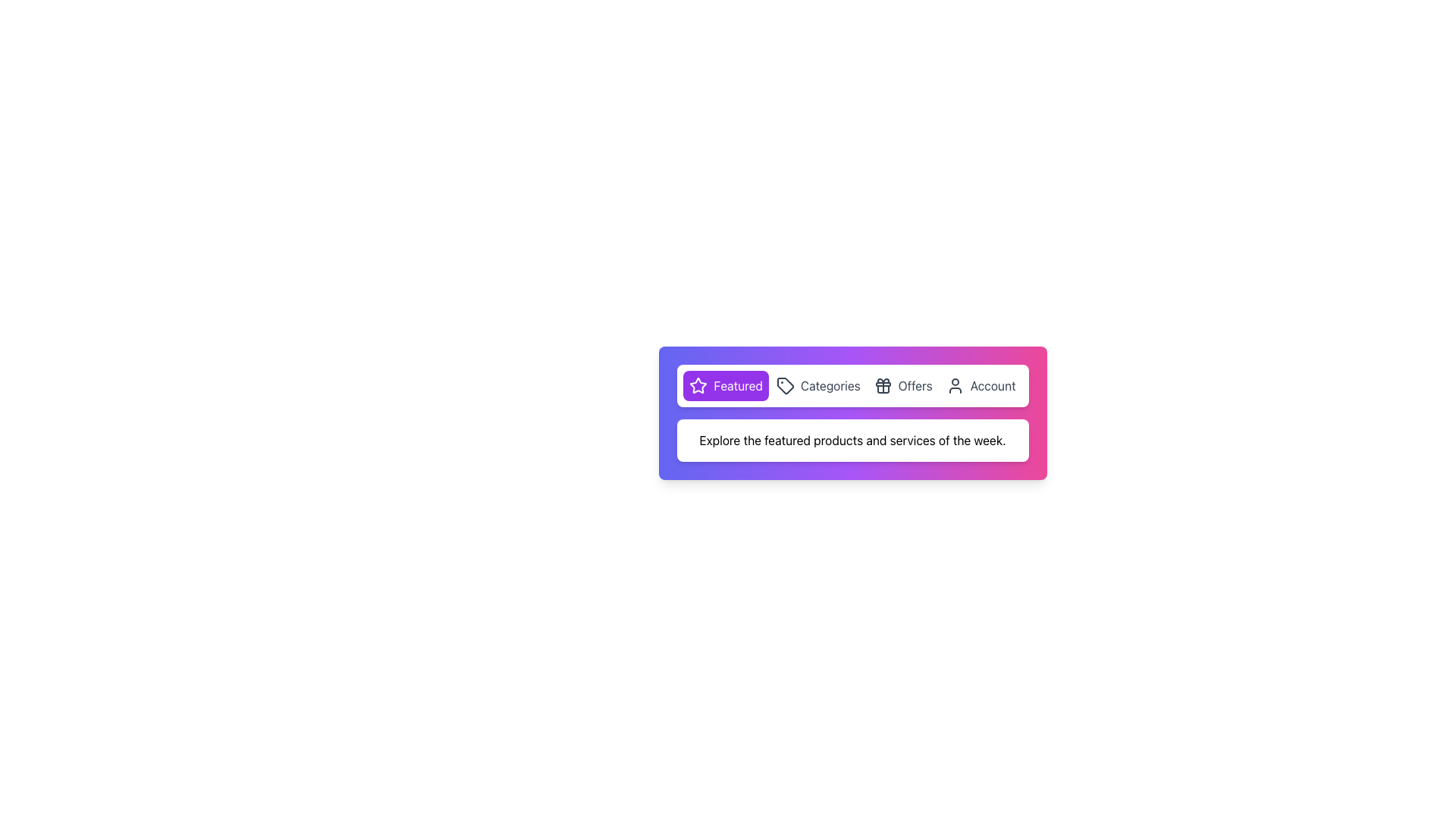 Image resolution: width=1456 pixels, height=819 pixels. What do you see at coordinates (698, 385) in the screenshot?
I see `the decorative icon representing the 'Featured' label, located at the top-left inside the 'Featured' section` at bounding box center [698, 385].